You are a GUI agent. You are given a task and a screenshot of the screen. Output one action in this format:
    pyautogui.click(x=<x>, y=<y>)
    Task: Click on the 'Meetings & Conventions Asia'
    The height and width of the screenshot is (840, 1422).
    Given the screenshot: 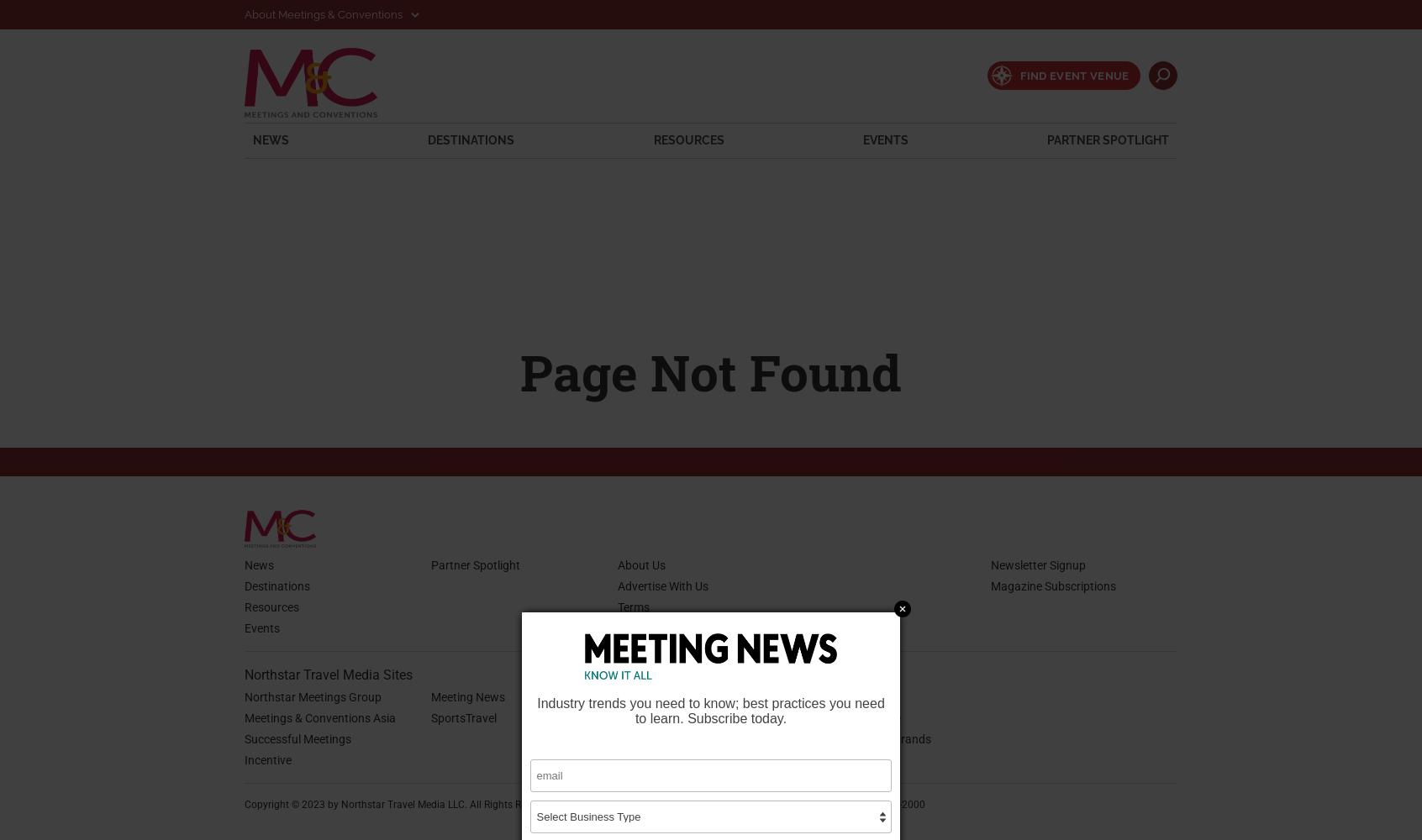 What is the action you would take?
    pyautogui.click(x=320, y=717)
    